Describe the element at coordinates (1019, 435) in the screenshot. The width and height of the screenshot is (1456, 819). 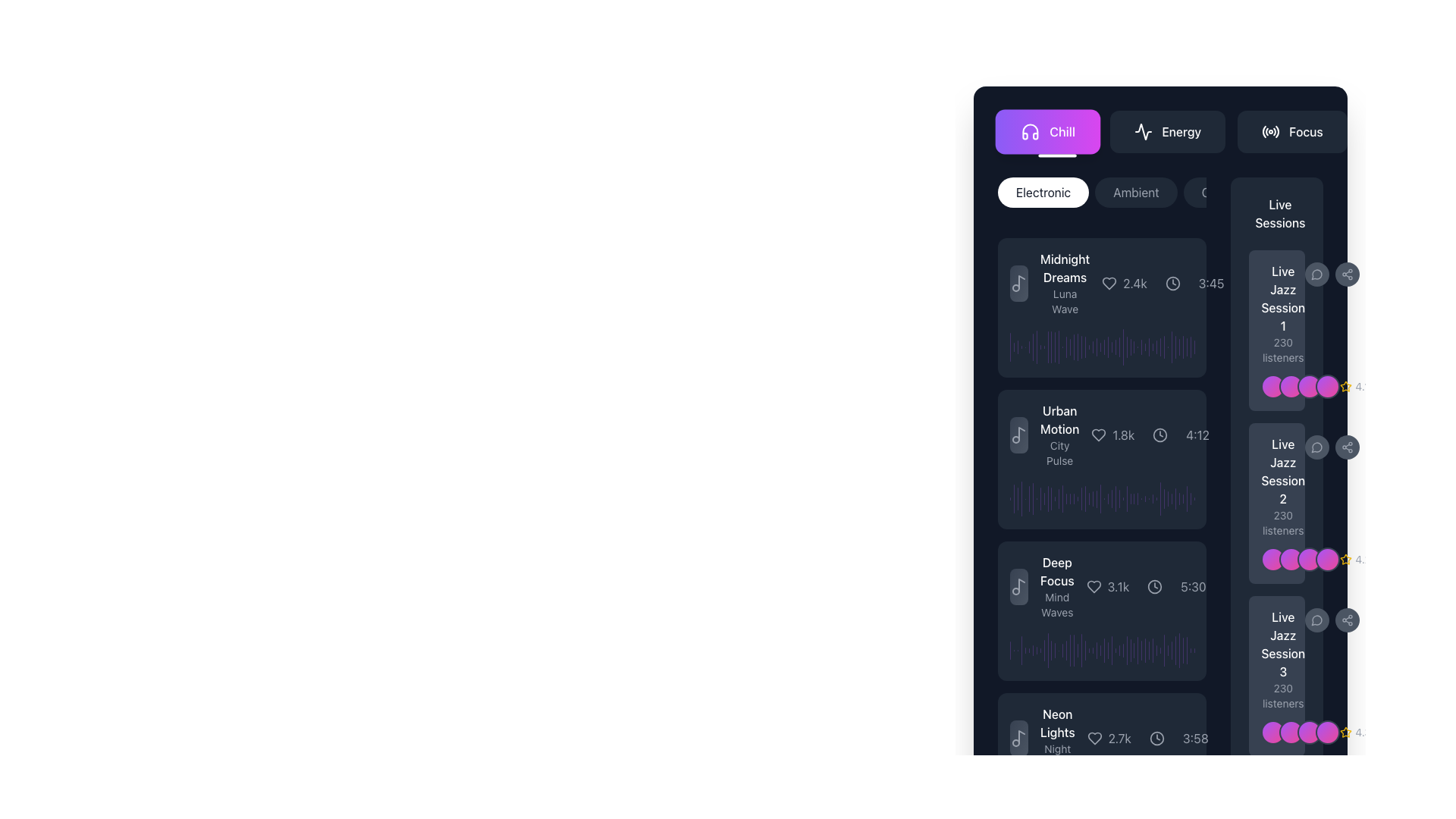
I see `the circular icon with a musical note graphic located at the top left of the 'Urban Motion' track card` at that location.